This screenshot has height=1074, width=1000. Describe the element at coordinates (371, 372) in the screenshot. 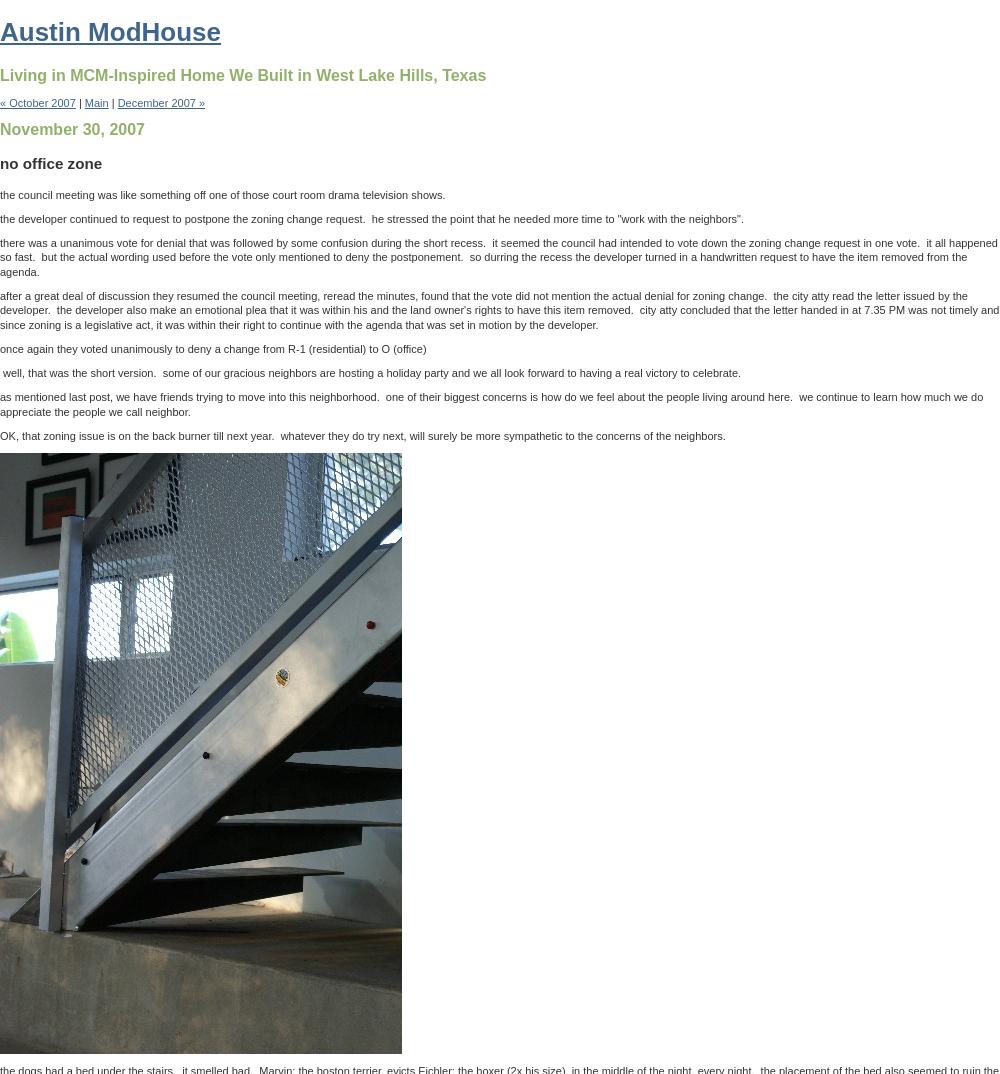

I see `'well, that was the short version.  some of our gracious neighbors are hosting a holiday party and we all look forward to having a real victory to celebrate.'` at that location.